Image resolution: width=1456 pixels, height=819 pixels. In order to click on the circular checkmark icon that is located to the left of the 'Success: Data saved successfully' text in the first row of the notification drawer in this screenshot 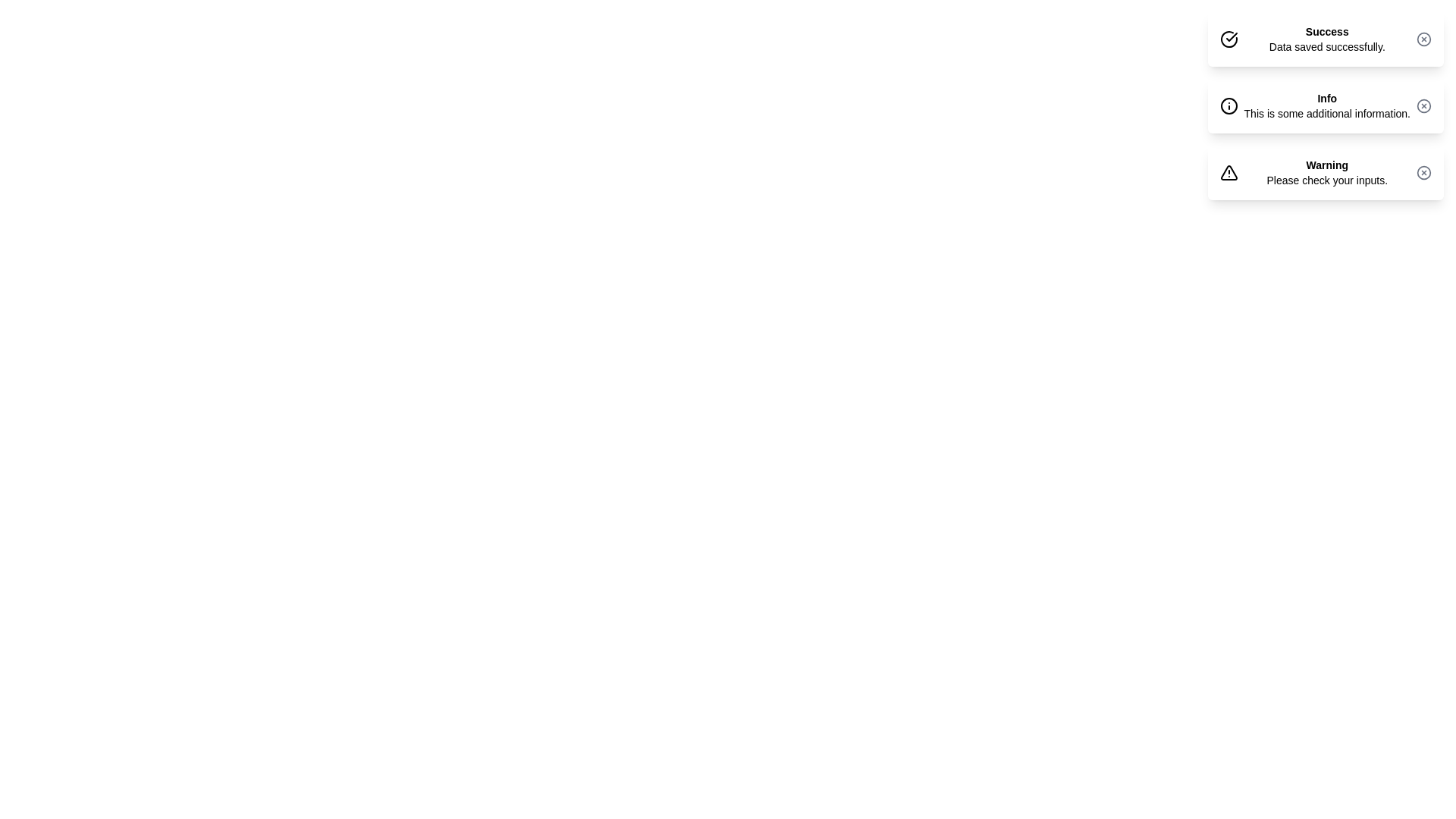, I will do `click(1228, 38)`.